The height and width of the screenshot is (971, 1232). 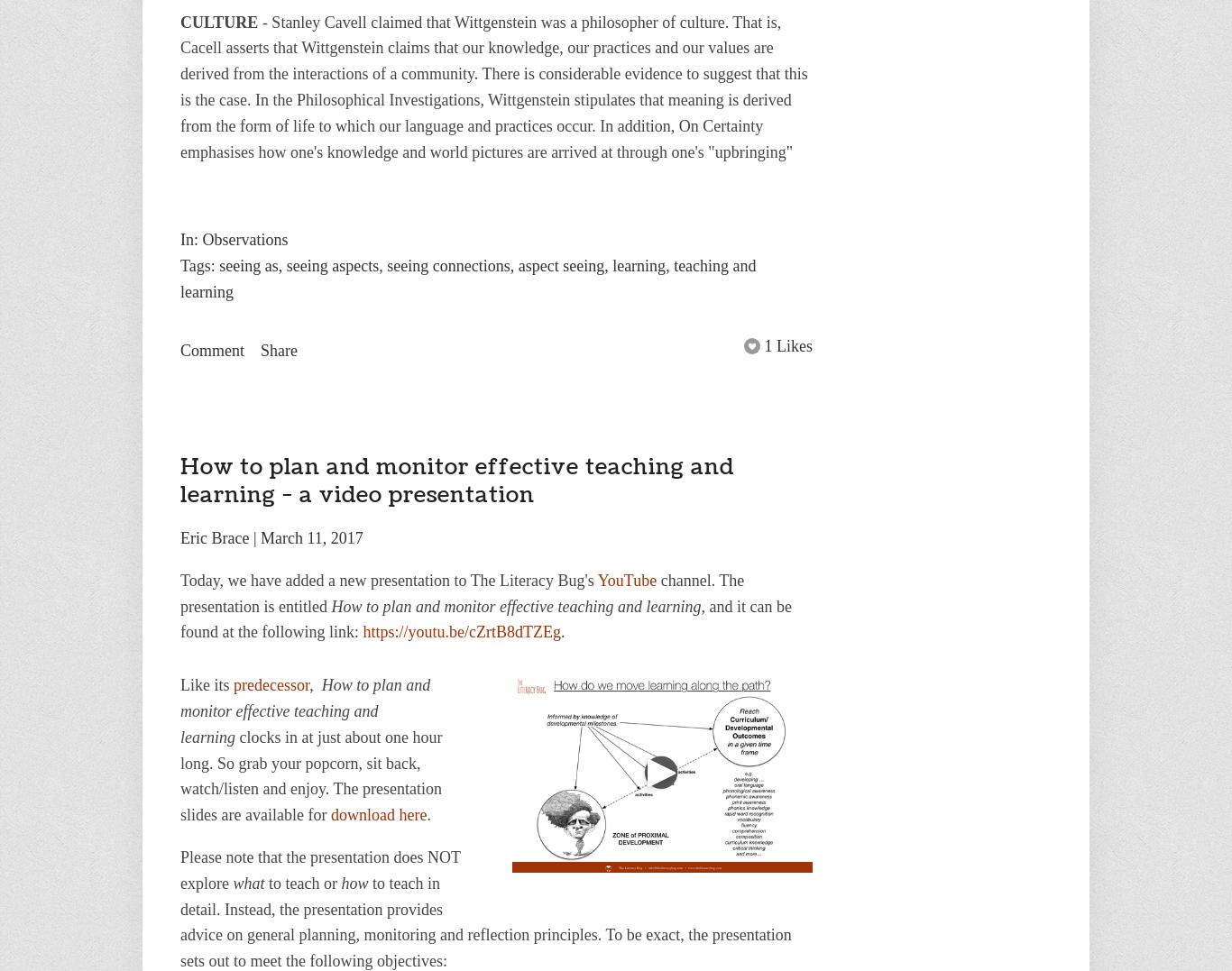 What do you see at coordinates (485, 921) in the screenshot?
I see `'to teach in detail. Instead, the presentation provides advice on general planning, monitoring and reflection principles. To be exact, the presentation sets out to meet the following objectives:'` at bounding box center [485, 921].